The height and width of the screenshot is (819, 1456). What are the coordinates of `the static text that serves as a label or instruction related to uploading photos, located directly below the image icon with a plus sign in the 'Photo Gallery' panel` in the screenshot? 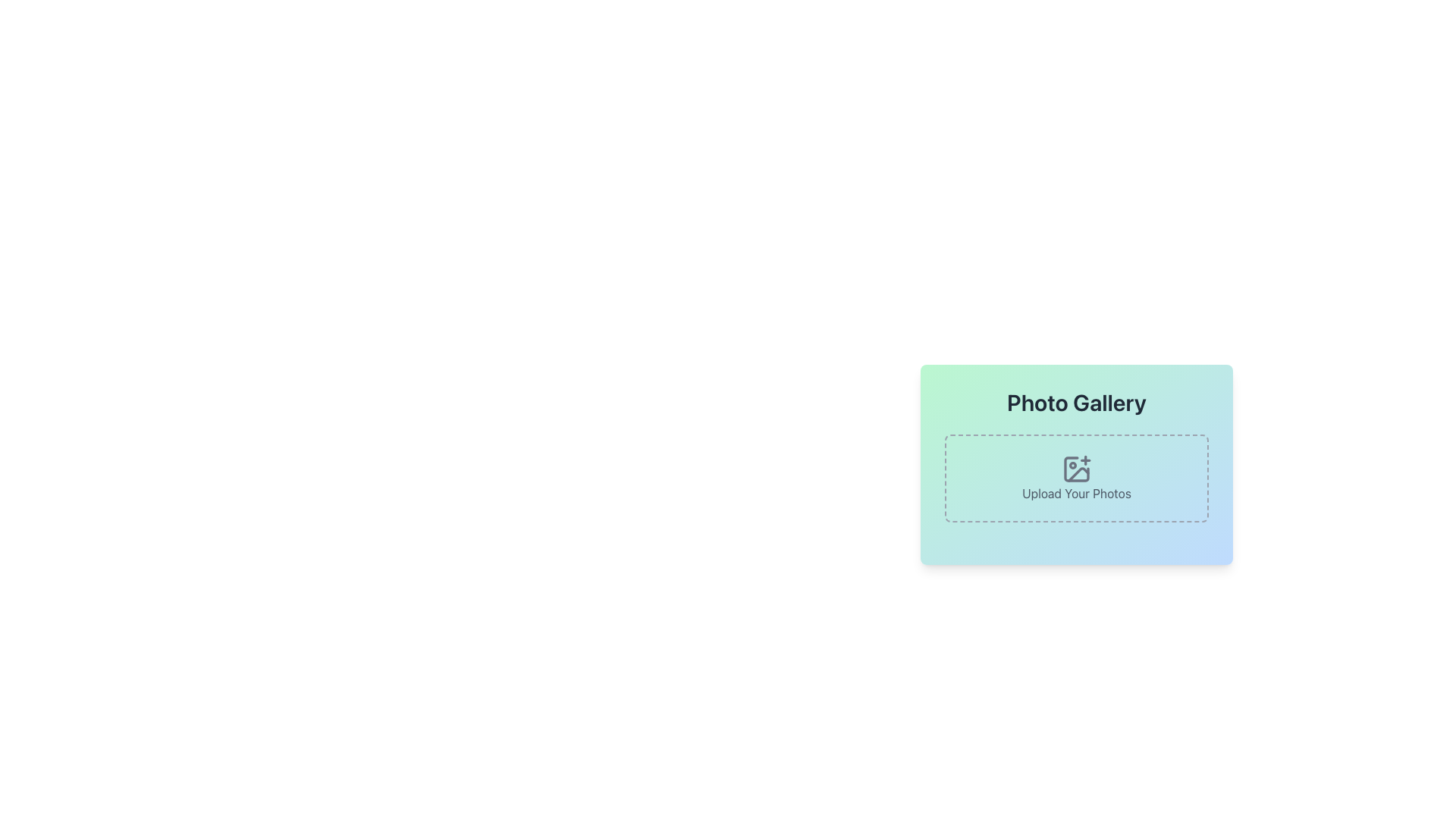 It's located at (1076, 494).